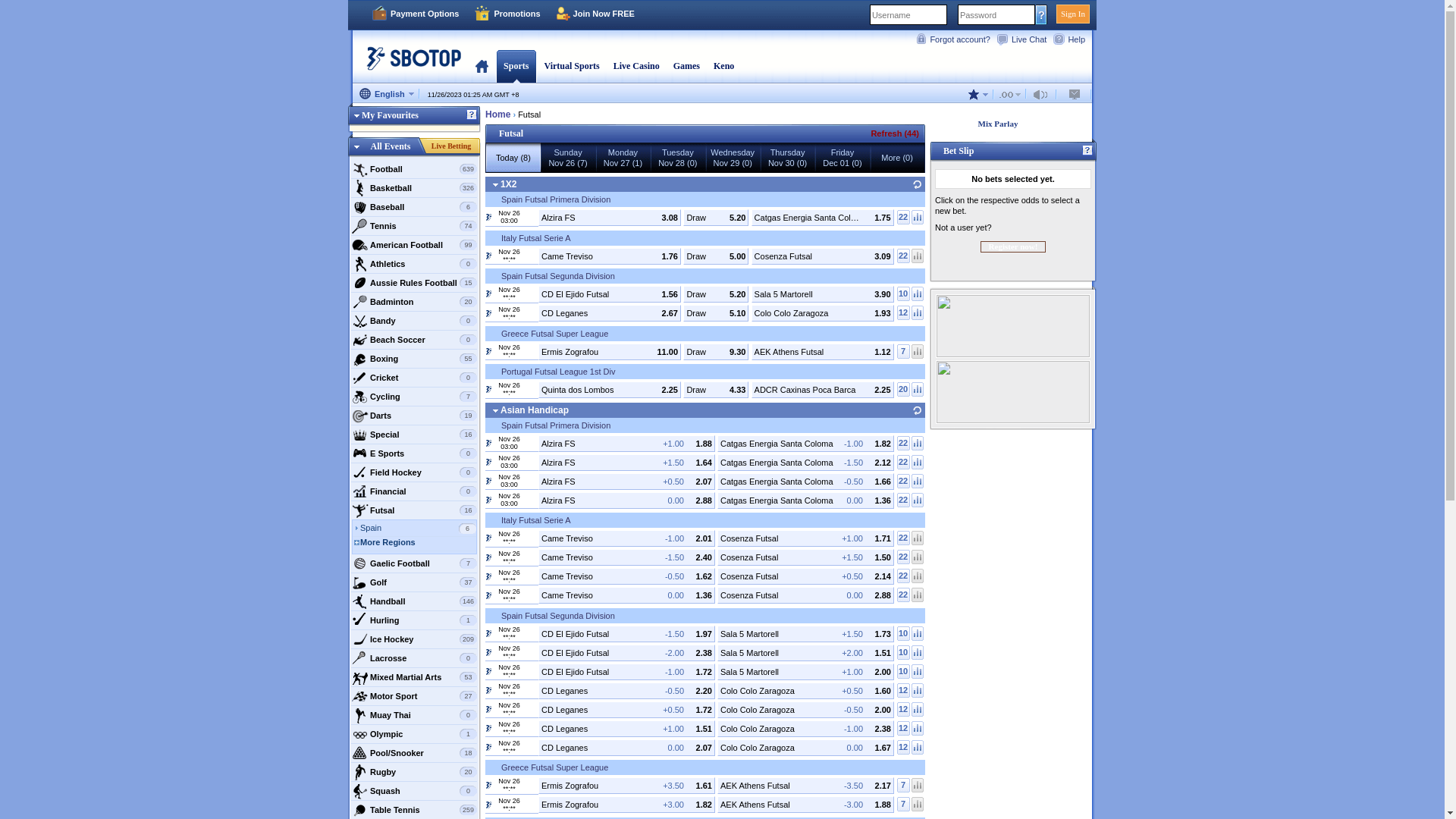 Image resolution: width=1456 pixels, height=819 pixels. I want to click on '4.33, so click(715, 388).